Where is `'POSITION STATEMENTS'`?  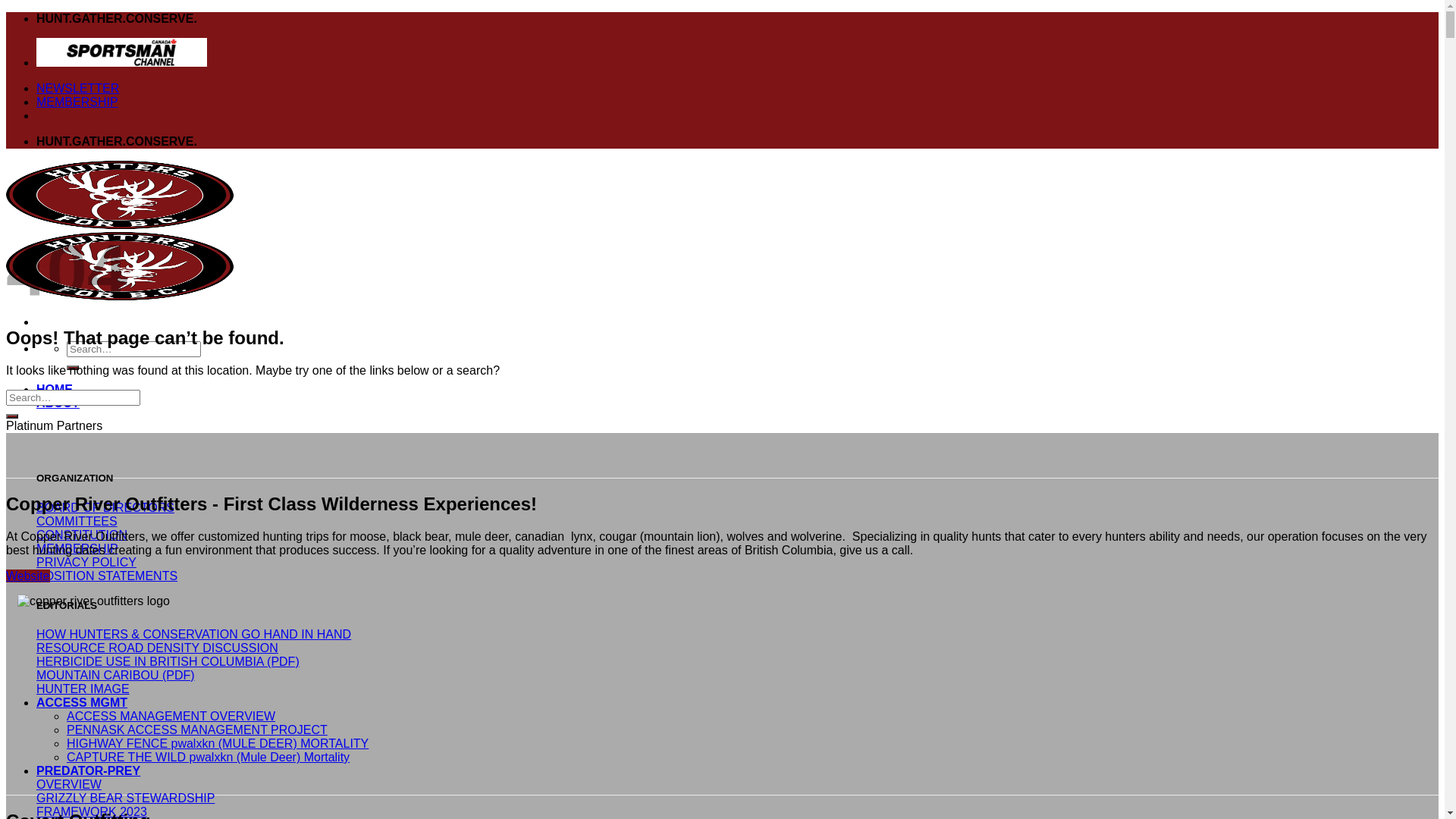
'POSITION STATEMENTS' is located at coordinates (105, 576).